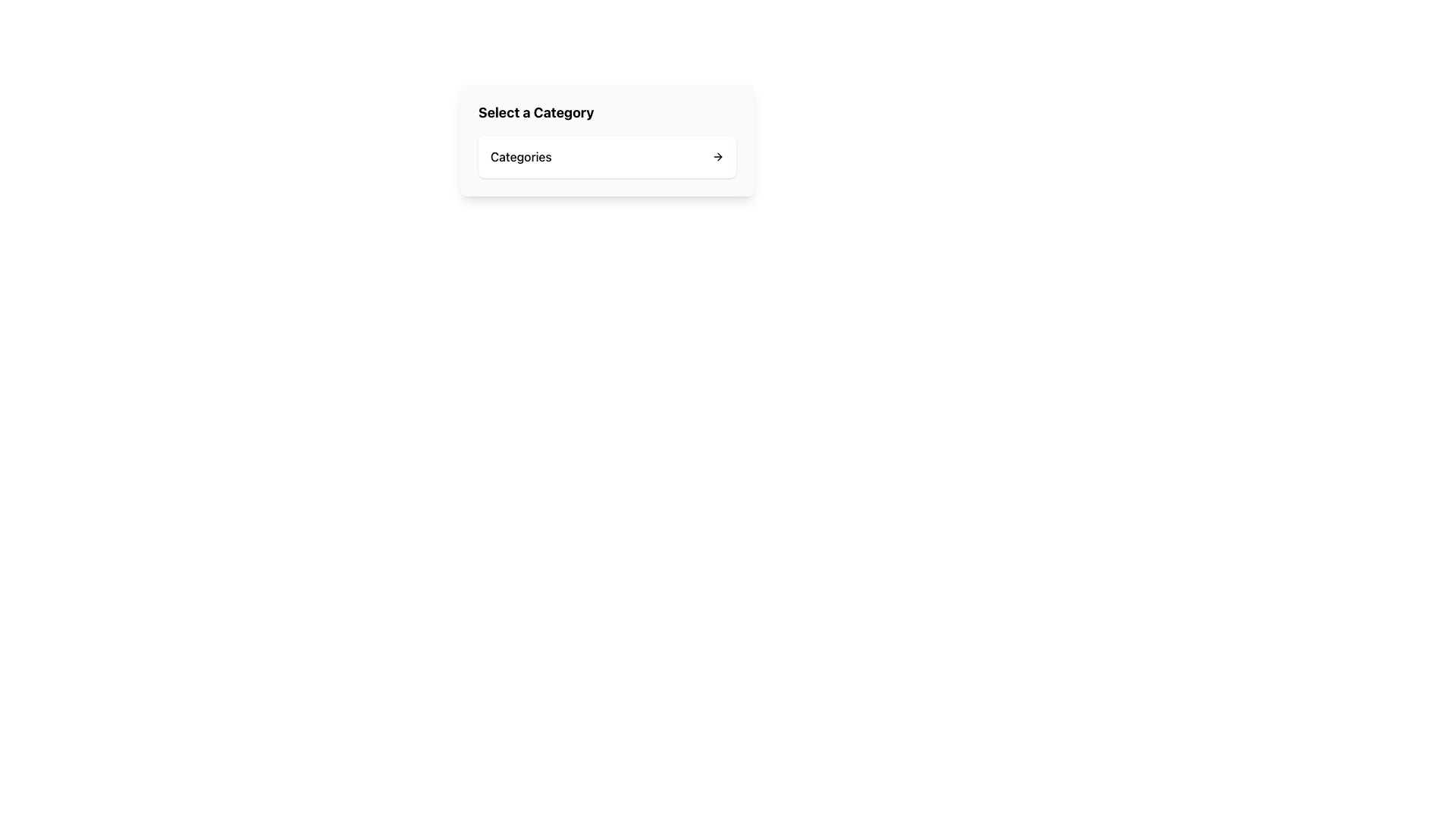 This screenshot has height=819, width=1456. I want to click on the navigation icon located at the right end of the 'Categories' button area, so click(717, 157).